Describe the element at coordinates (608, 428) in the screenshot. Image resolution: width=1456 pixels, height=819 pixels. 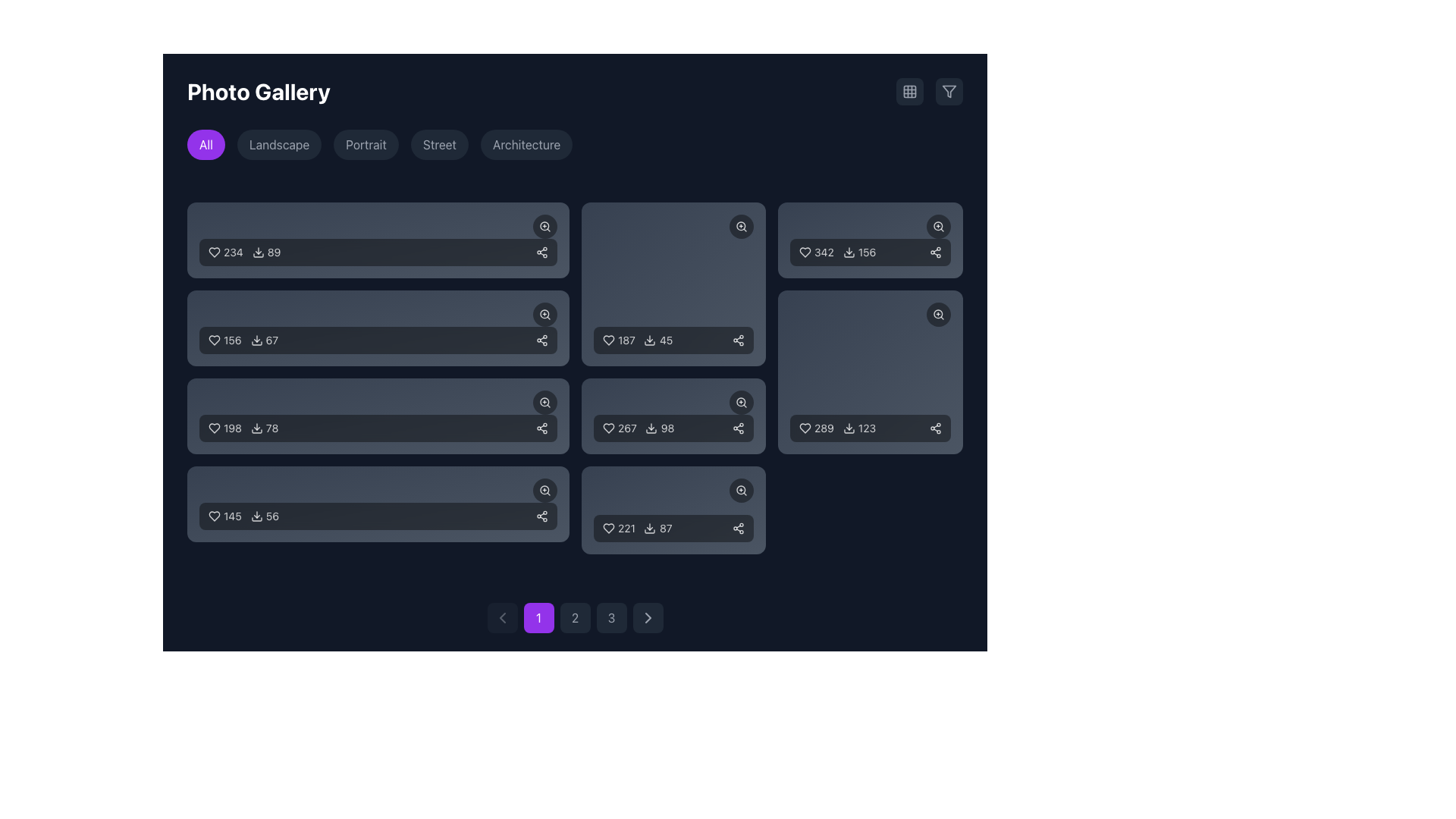
I see `the heart-shaped icon with a simple line outline to indicate liking, located next to the numerical text '267' in the middle-right section of the grid layout` at that location.